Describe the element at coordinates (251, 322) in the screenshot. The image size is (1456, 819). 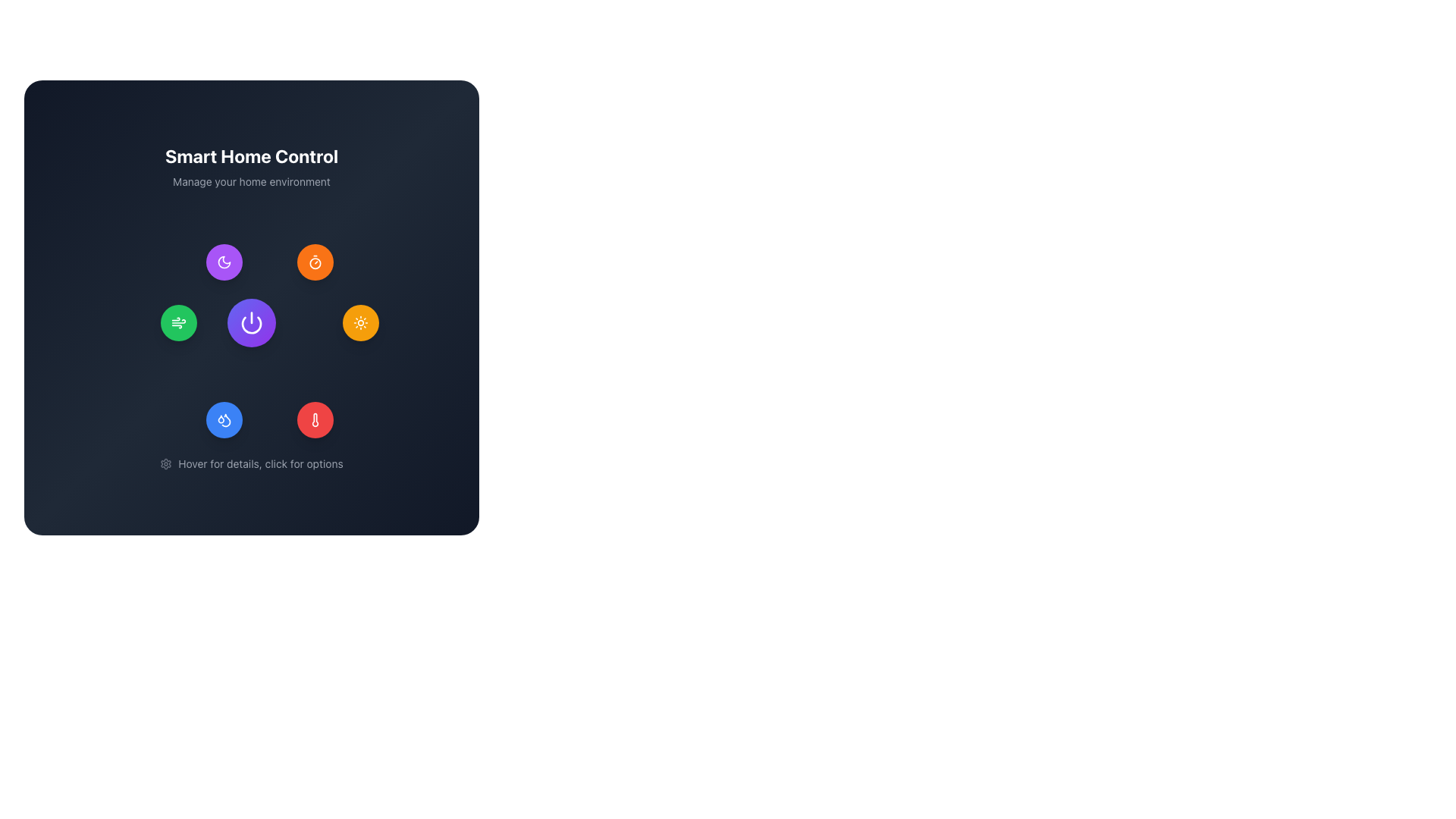
I see `the power symbol icon located within the circular purple button at the center of the button group` at that location.